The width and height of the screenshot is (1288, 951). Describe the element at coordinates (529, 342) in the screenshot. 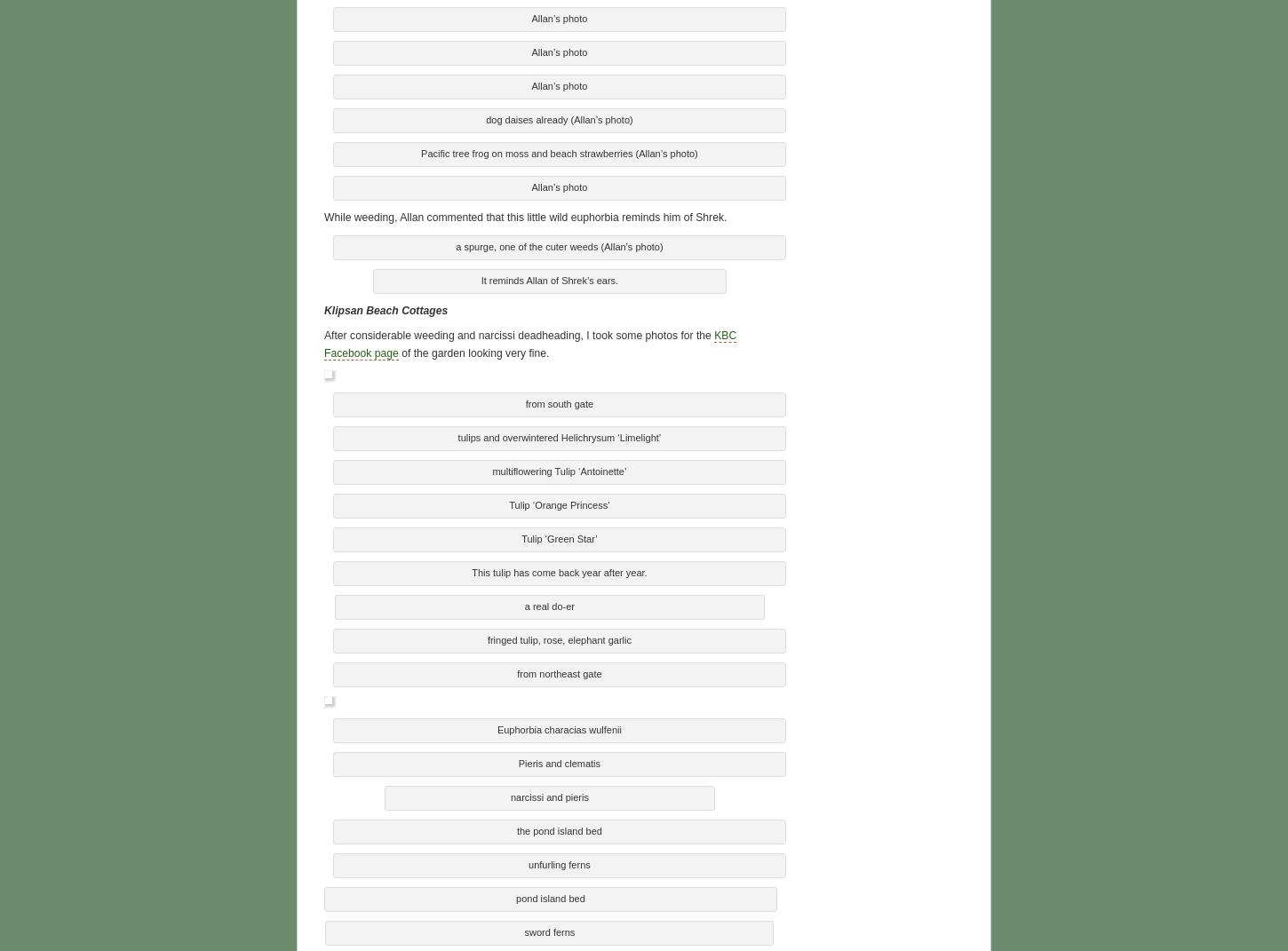

I see `'KBC Facebook page'` at that location.